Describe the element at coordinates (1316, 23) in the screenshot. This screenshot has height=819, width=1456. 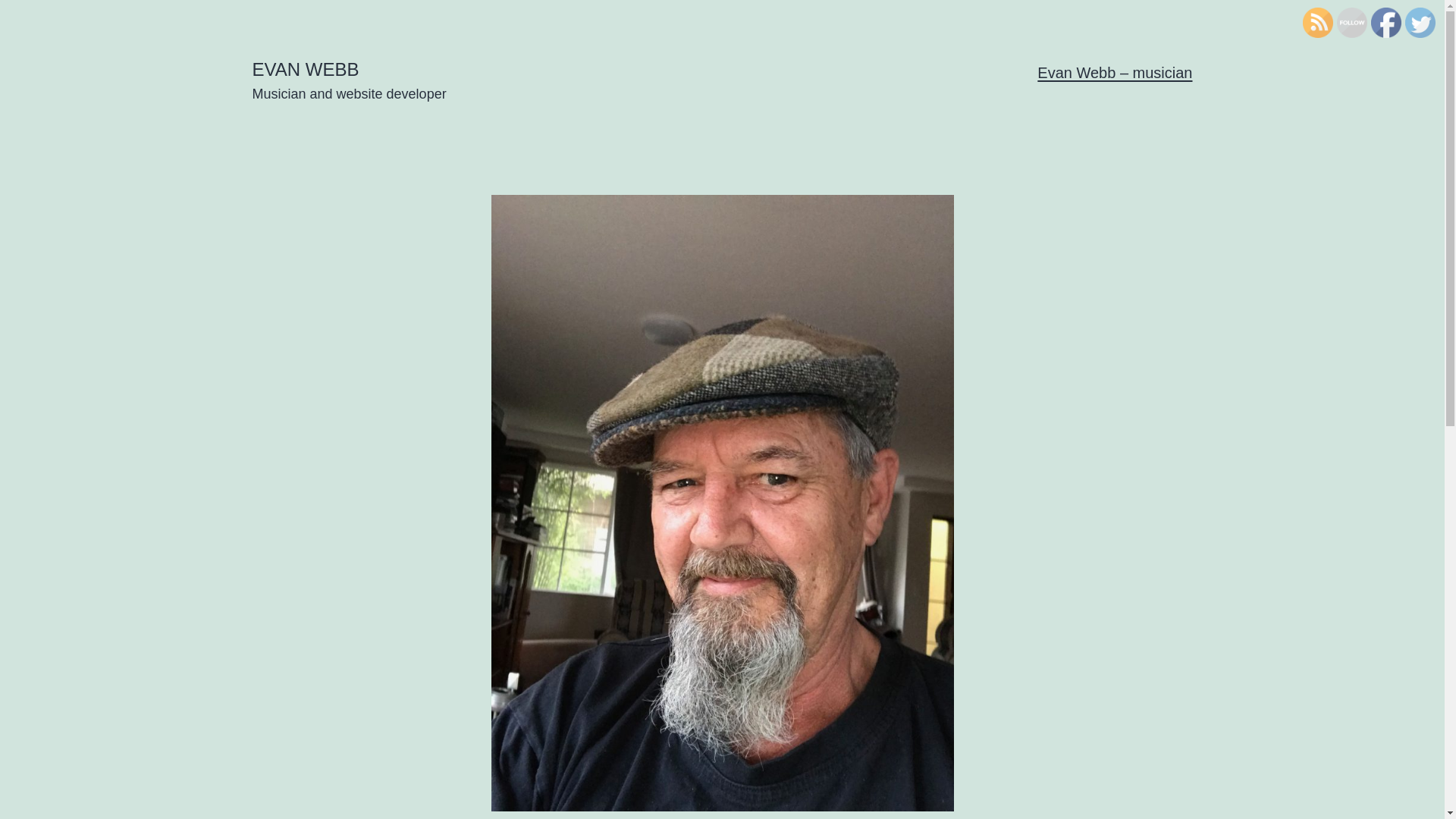
I see `'RSS'` at that location.